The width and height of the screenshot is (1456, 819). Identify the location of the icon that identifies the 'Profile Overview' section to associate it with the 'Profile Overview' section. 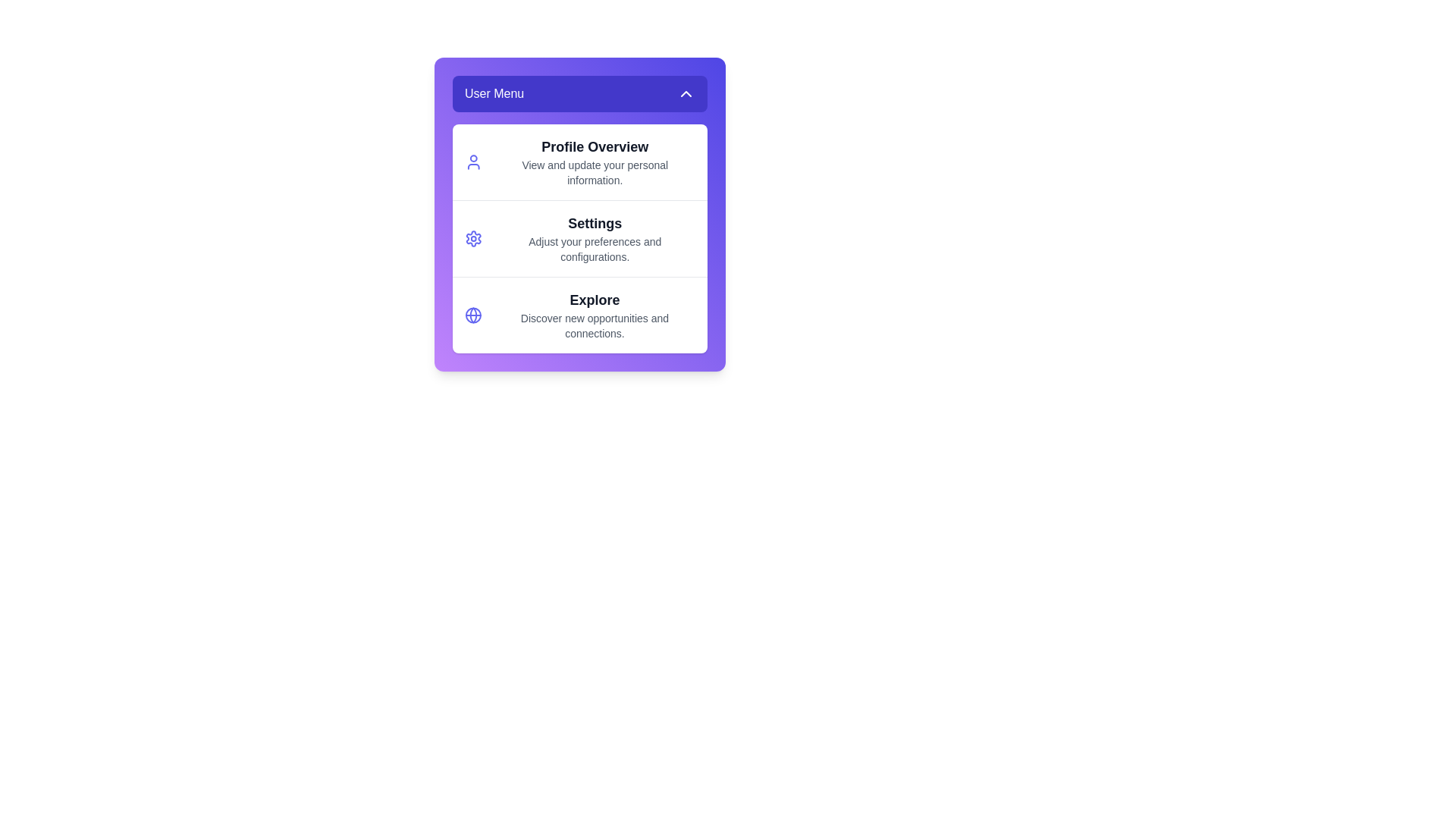
(472, 162).